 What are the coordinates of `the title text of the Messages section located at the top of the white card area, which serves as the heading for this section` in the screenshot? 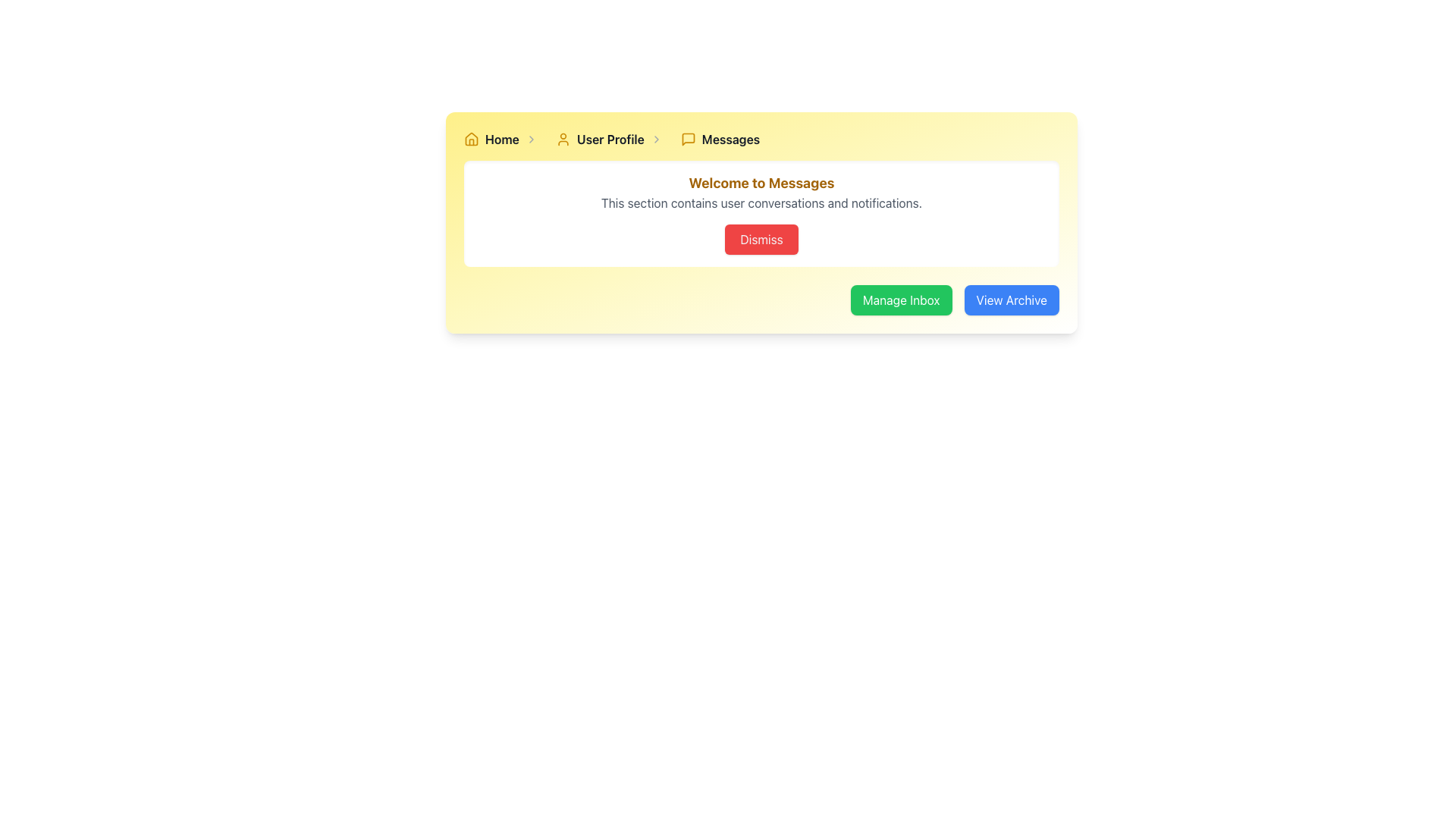 It's located at (761, 183).